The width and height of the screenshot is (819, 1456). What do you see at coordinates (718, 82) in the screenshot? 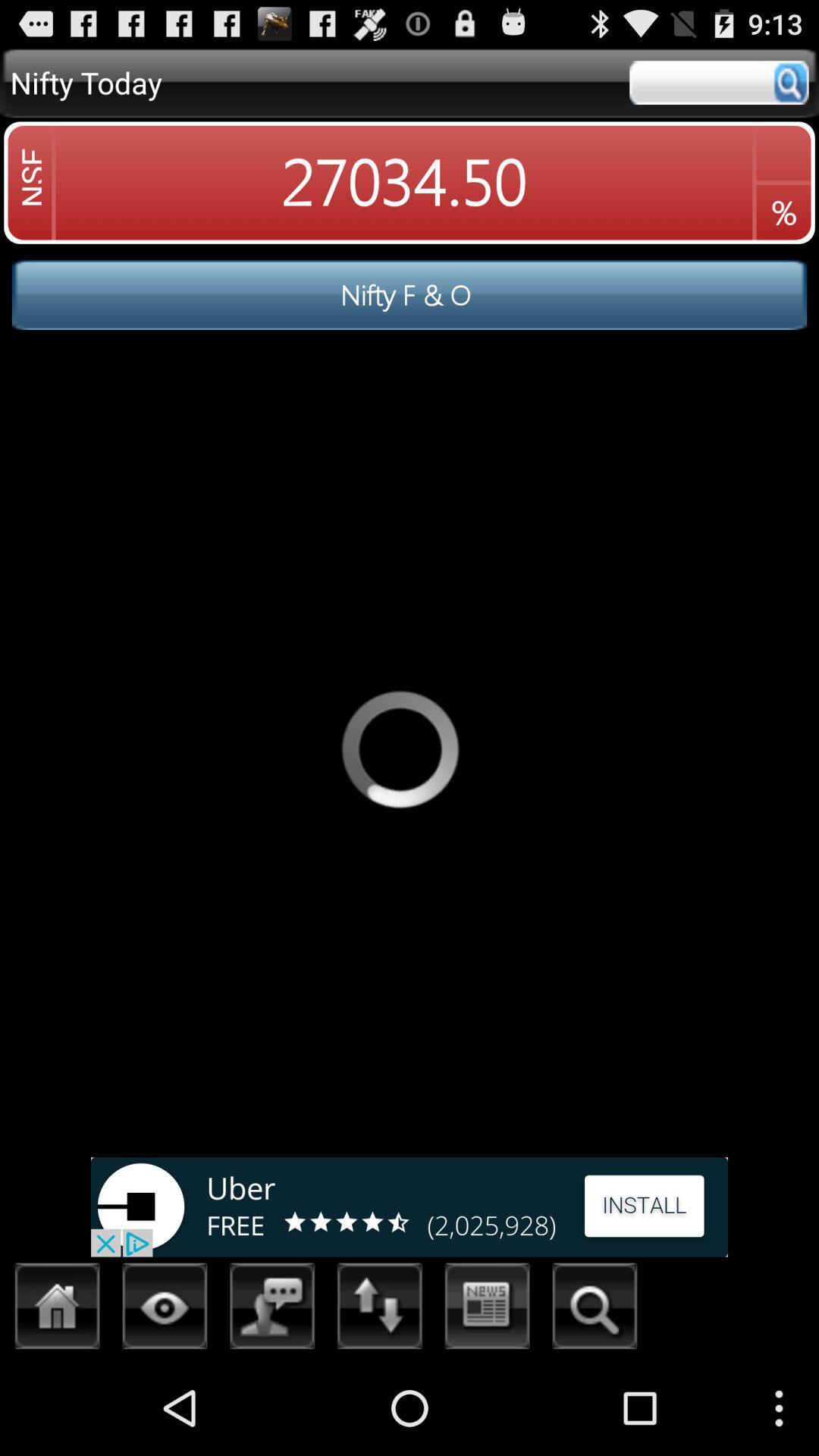
I see `search` at bounding box center [718, 82].